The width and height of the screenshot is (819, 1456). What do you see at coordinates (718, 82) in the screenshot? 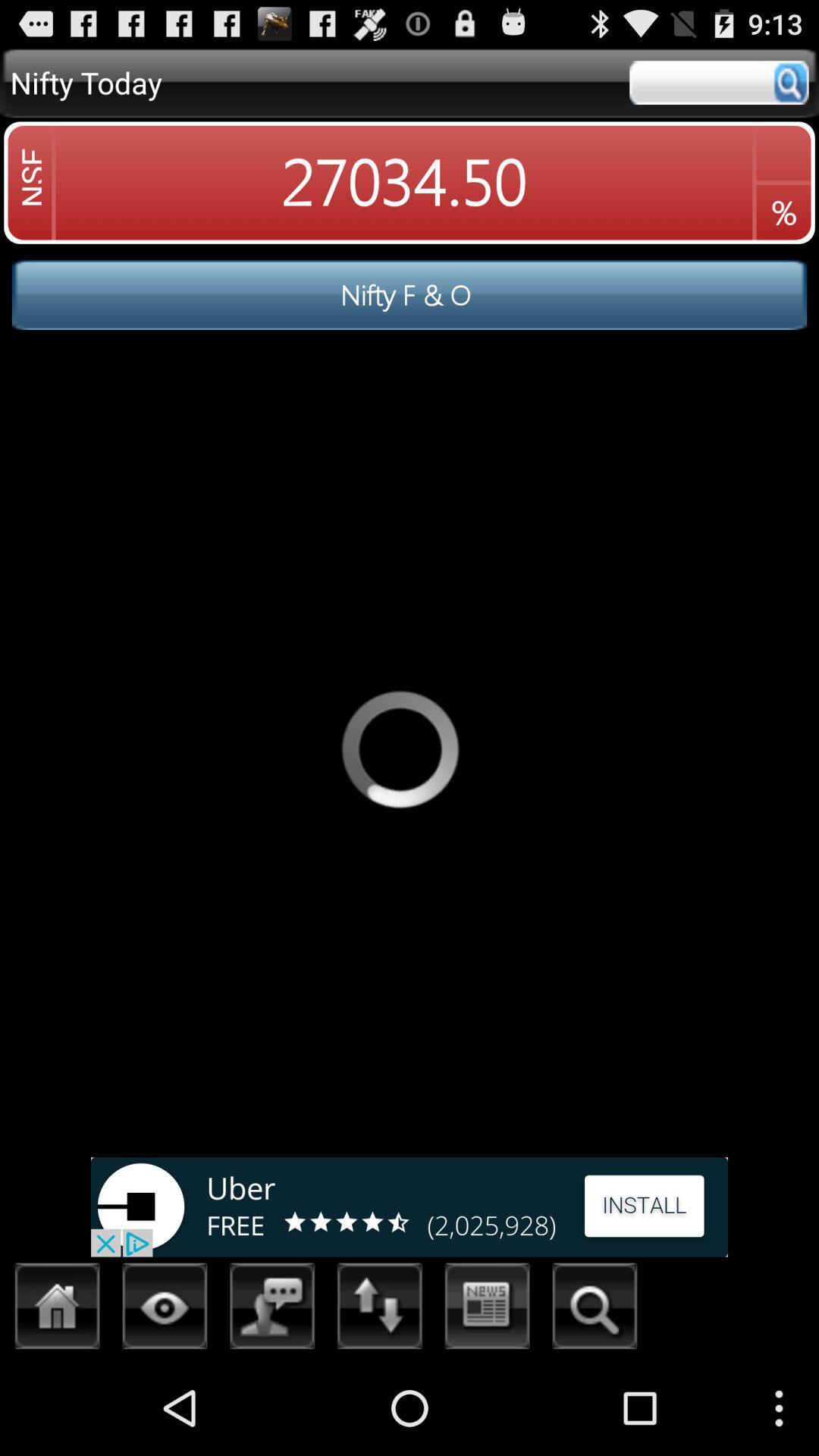
I see `search` at bounding box center [718, 82].